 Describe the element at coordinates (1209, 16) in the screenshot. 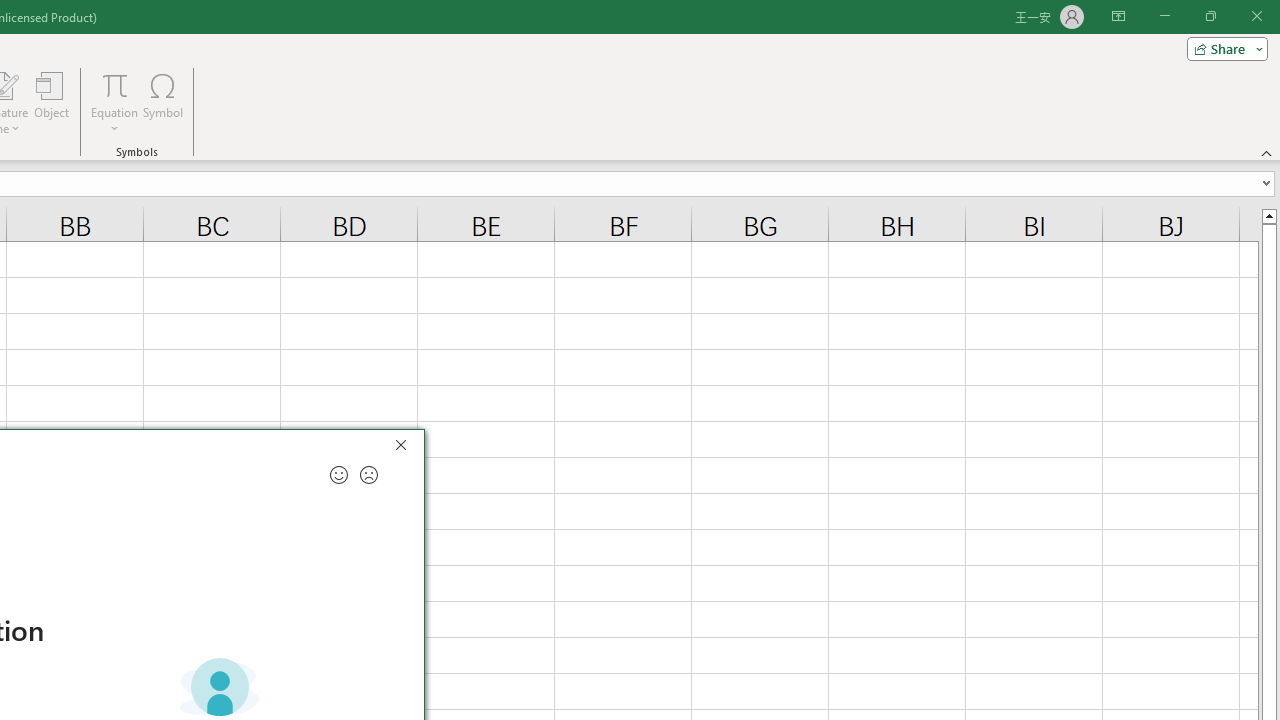

I see `'Restore Down'` at that location.